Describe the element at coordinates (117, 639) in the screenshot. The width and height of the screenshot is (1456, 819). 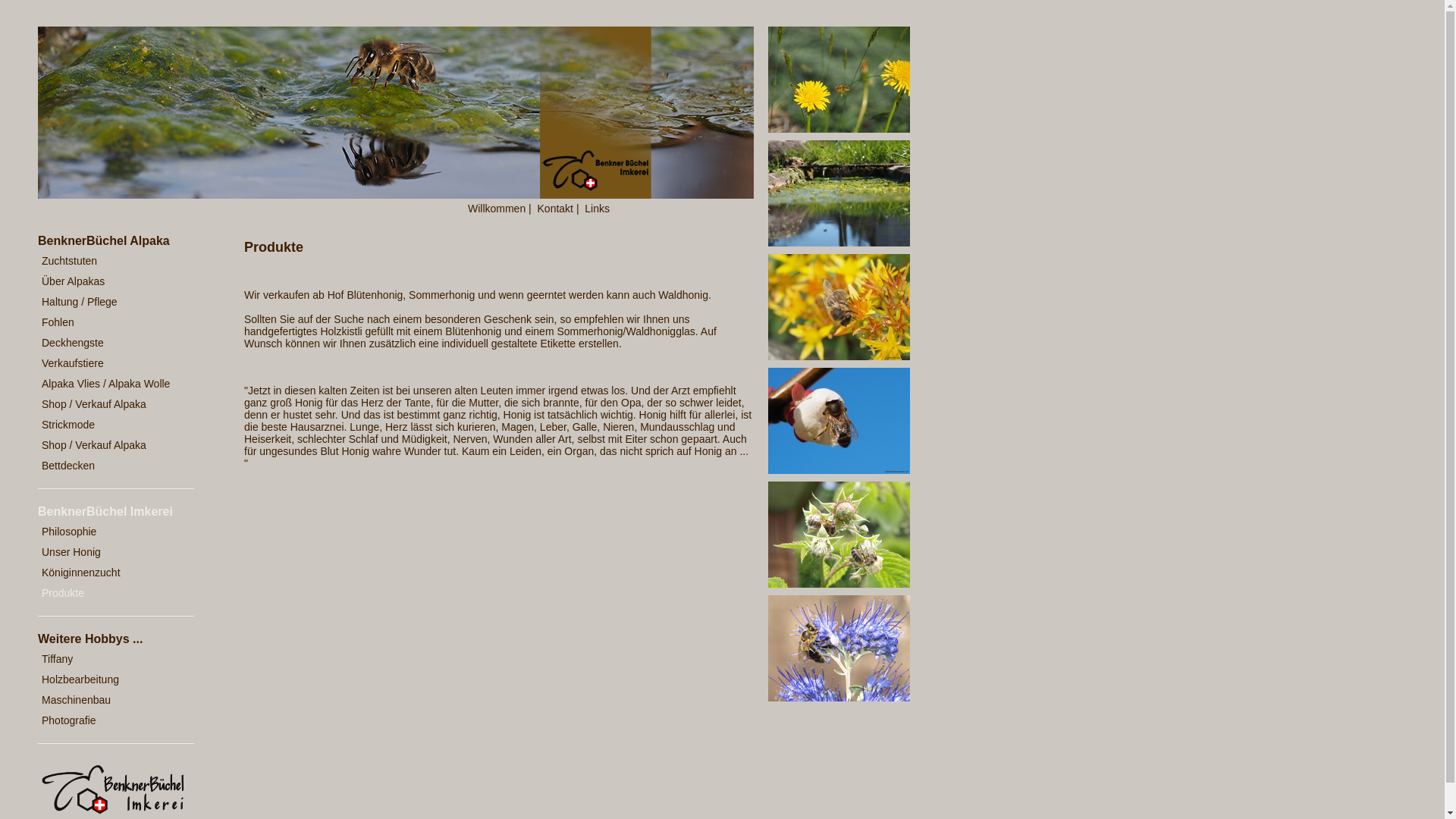
I see `'Weitere Hobbys ...'` at that location.